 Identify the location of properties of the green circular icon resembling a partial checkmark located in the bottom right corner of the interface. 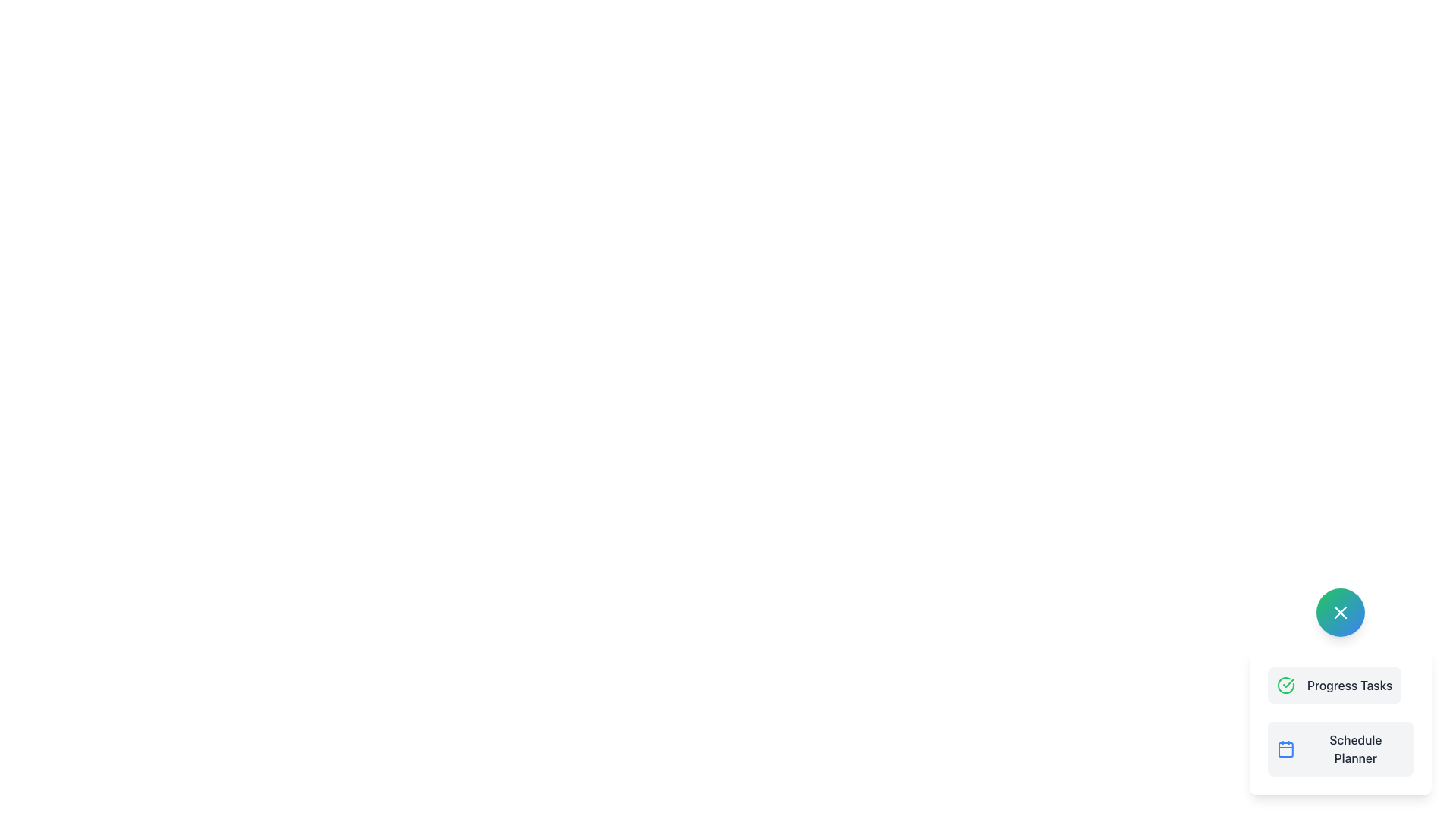
(1285, 685).